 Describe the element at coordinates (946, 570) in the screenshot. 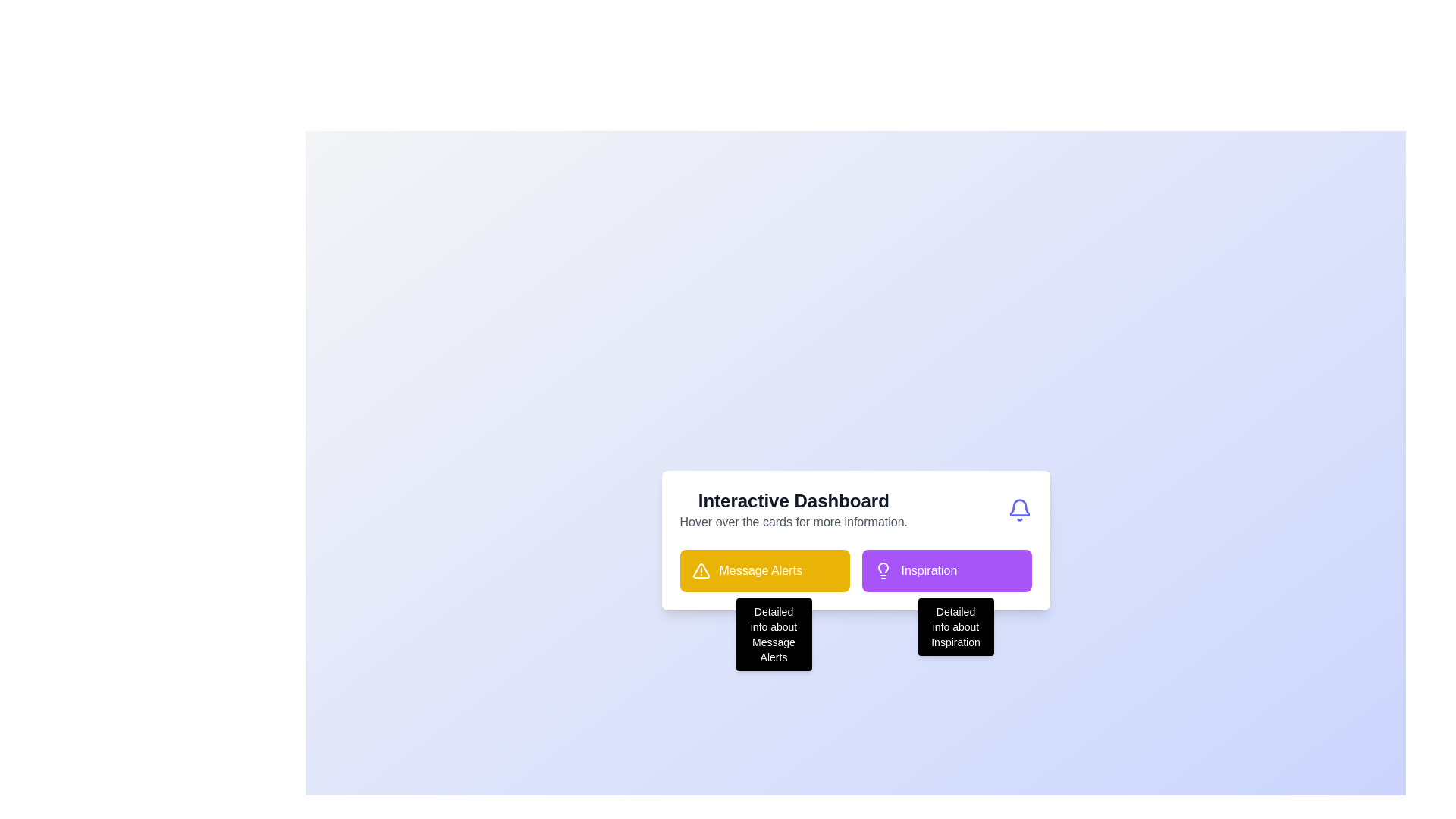

I see `the 'Inspiration' button located in the second column of the grid layout, positioned to the right of the 'Message Alerts' card` at that location.